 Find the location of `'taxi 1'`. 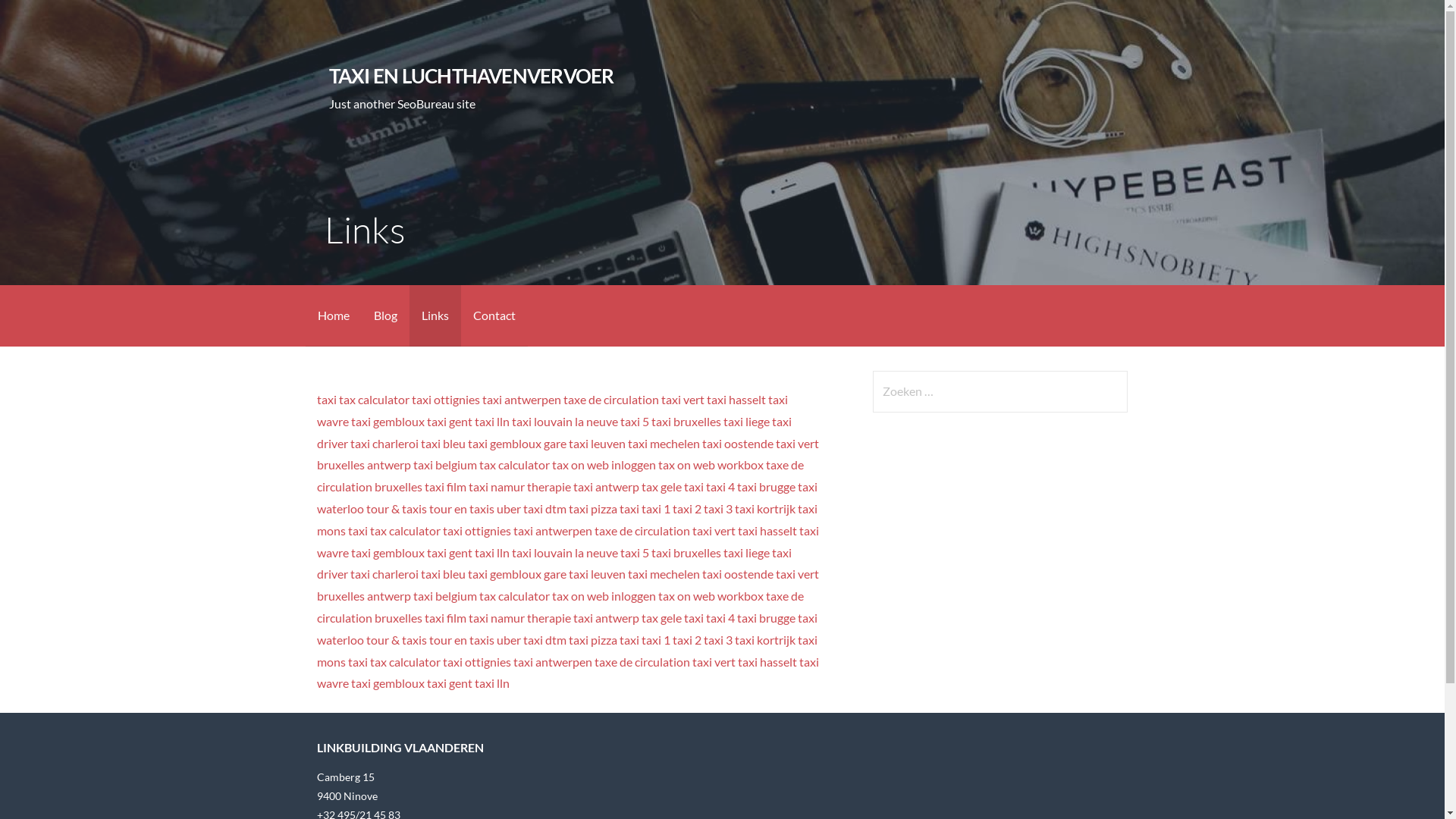

'taxi 1' is located at coordinates (655, 508).